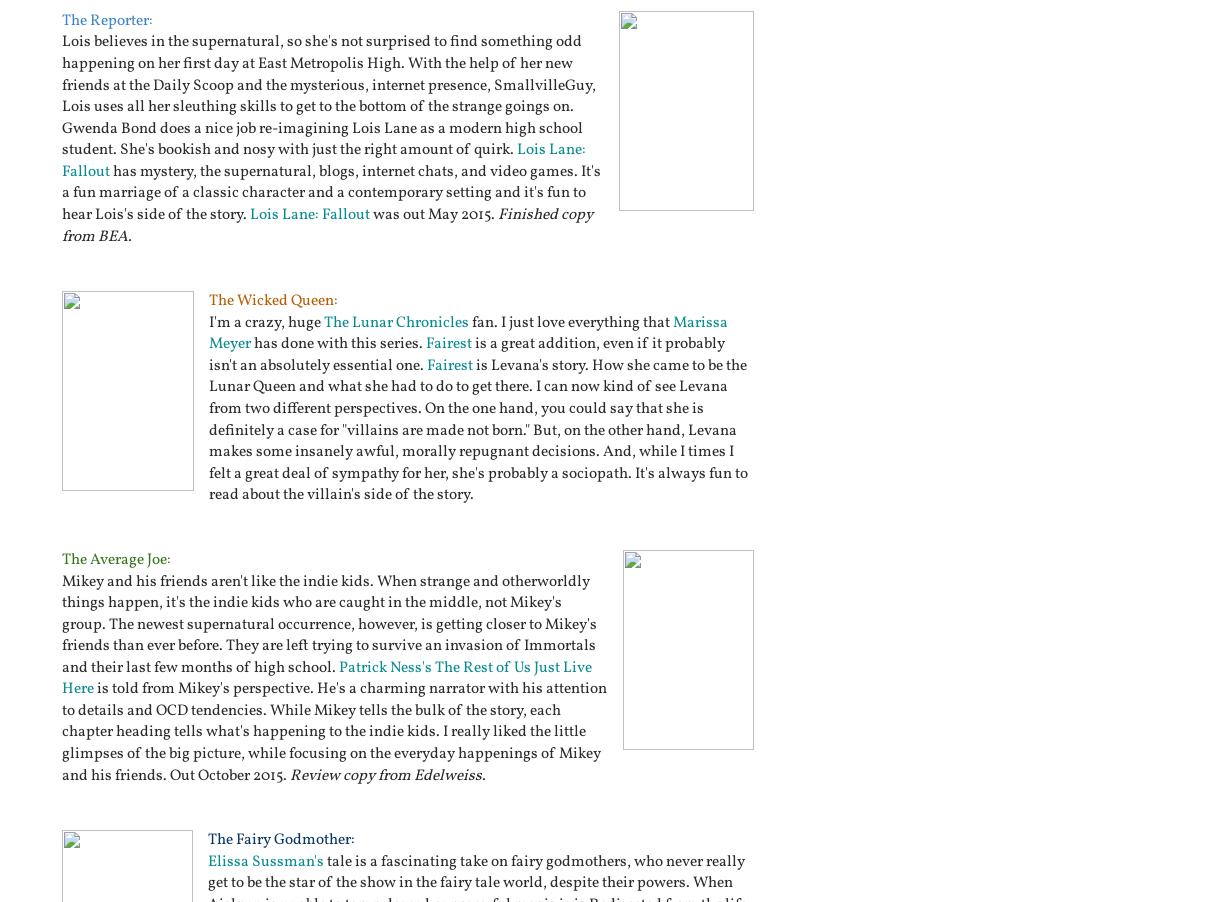 Image resolution: width=1208 pixels, height=902 pixels. I want to click on 'The Fairy Godmother:', so click(281, 840).